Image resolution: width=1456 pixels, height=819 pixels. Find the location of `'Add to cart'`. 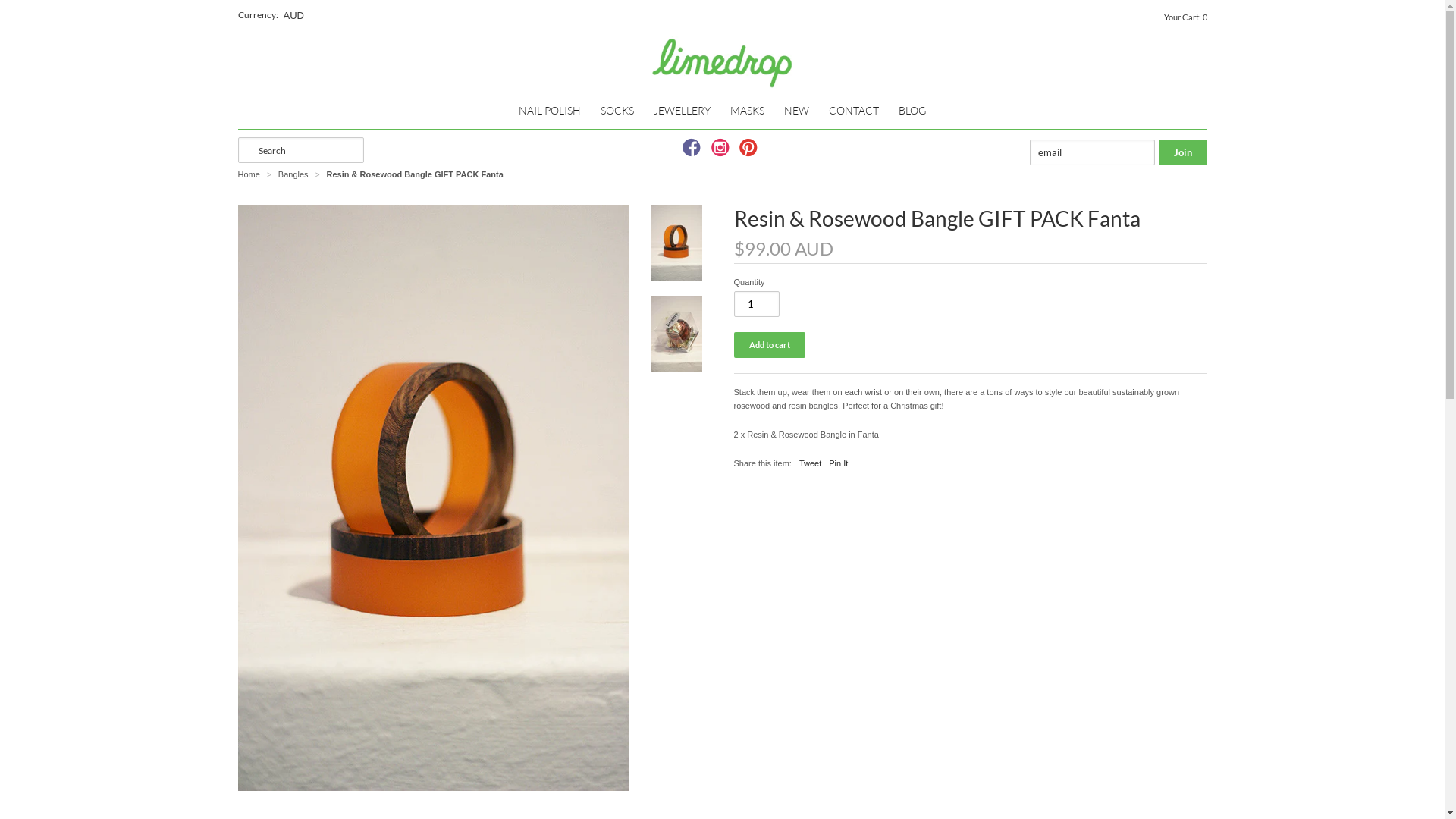

'Add to cart' is located at coordinates (734, 345).